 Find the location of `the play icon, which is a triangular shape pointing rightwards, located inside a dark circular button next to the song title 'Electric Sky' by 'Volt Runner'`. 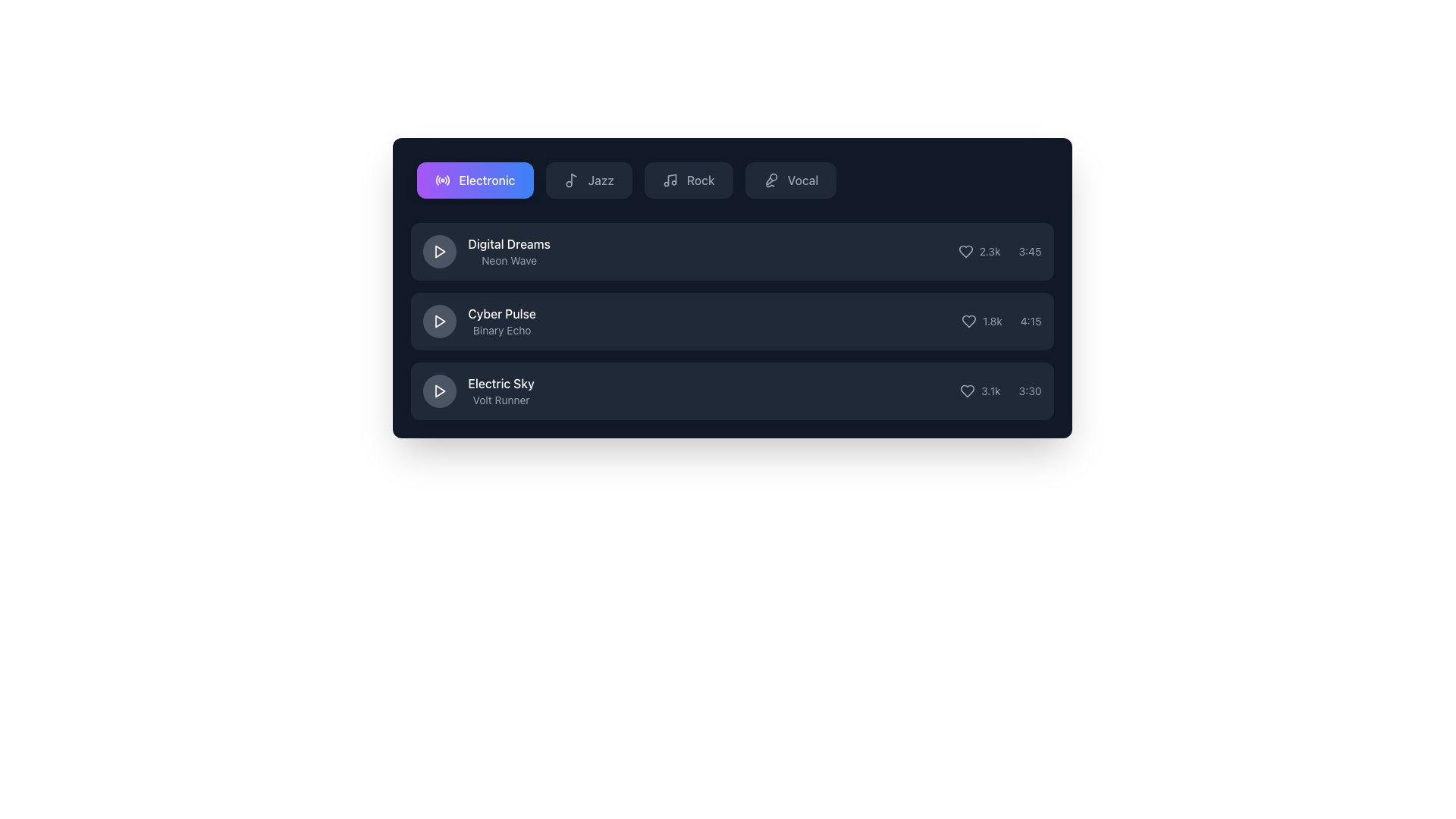

the play icon, which is a triangular shape pointing rightwards, located inside a dark circular button next to the song title 'Electric Sky' by 'Volt Runner' is located at coordinates (439, 391).